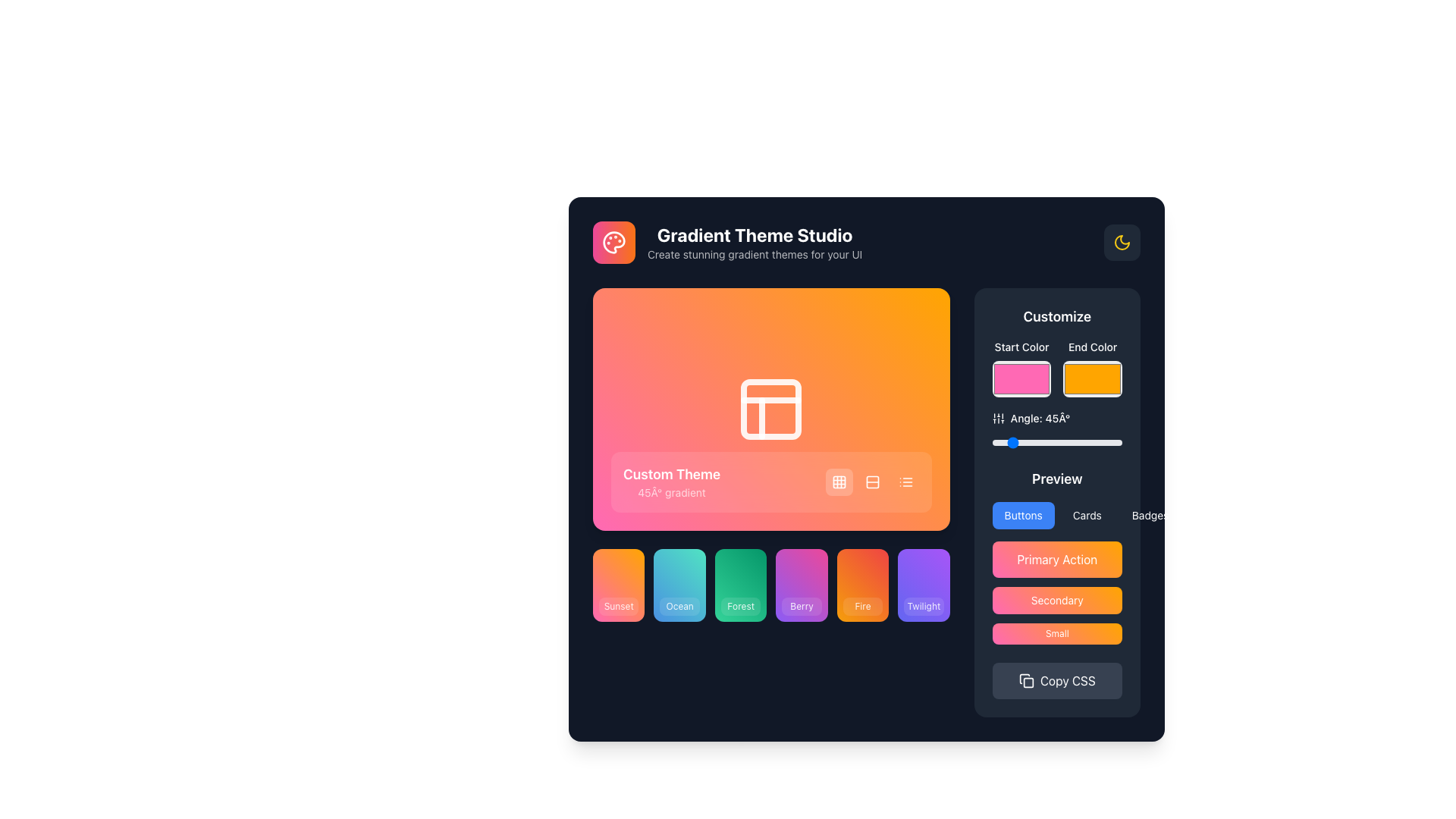 The height and width of the screenshot is (819, 1456). I want to click on angle, so click(1090, 442).